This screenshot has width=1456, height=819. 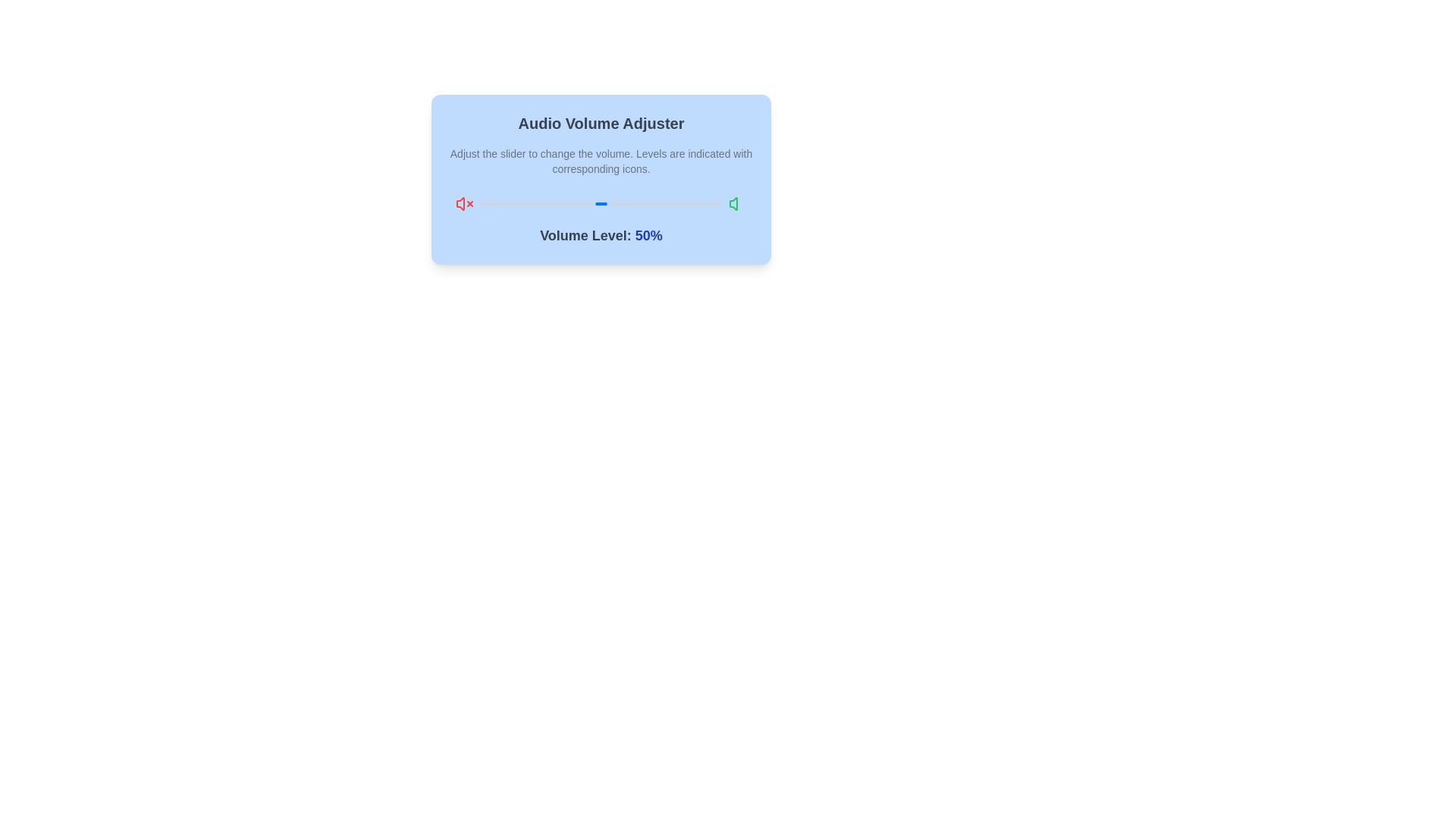 I want to click on the volume slider to set the volume to 94%, so click(x=707, y=203).